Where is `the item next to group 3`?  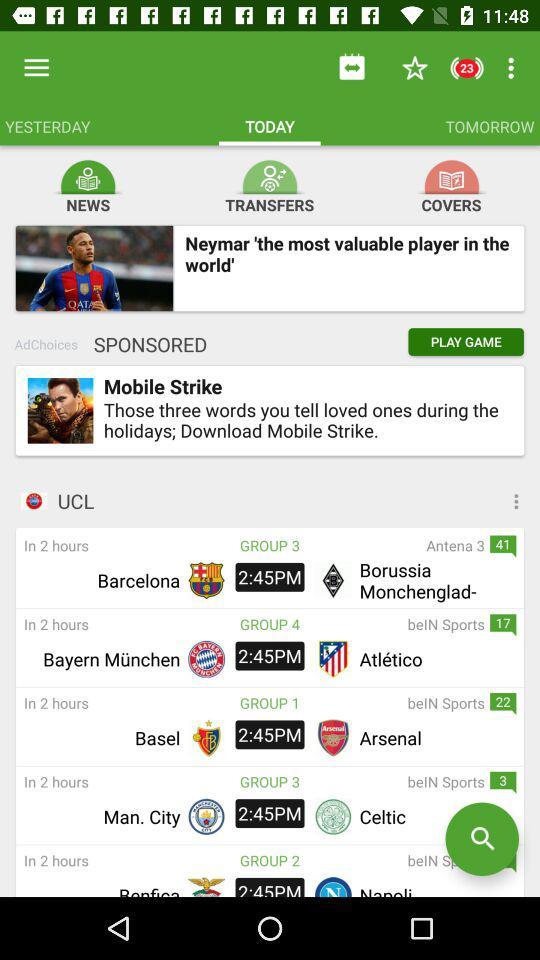 the item next to group 3 is located at coordinates (392, 545).